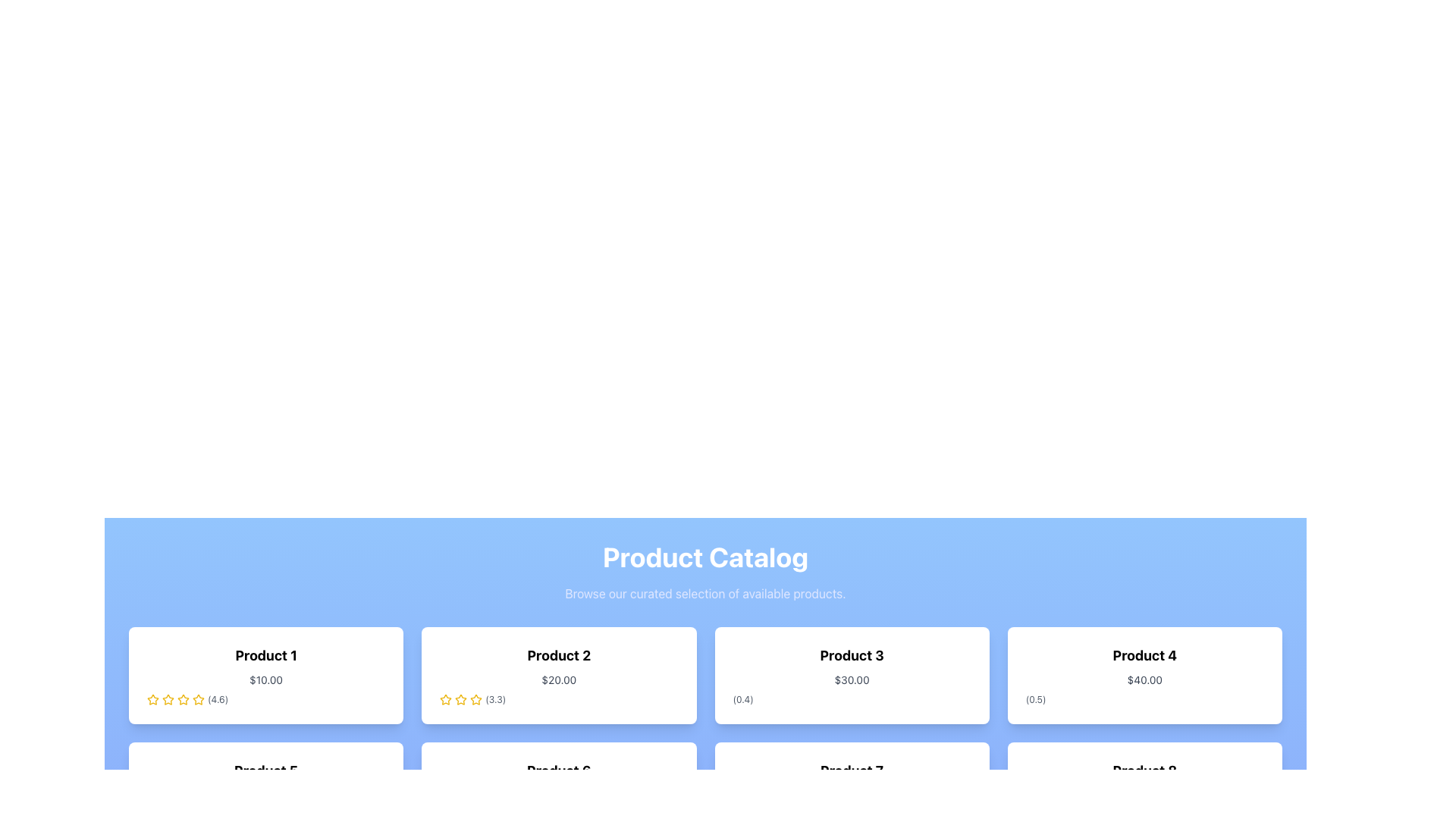 The width and height of the screenshot is (1456, 819). What do you see at coordinates (198, 699) in the screenshot?
I see `the rating star icon, which is part of a group of five icons next to the rating number text (4.6) under the 'Product 1' card in the product catalog grid` at bounding box center [198, 699].